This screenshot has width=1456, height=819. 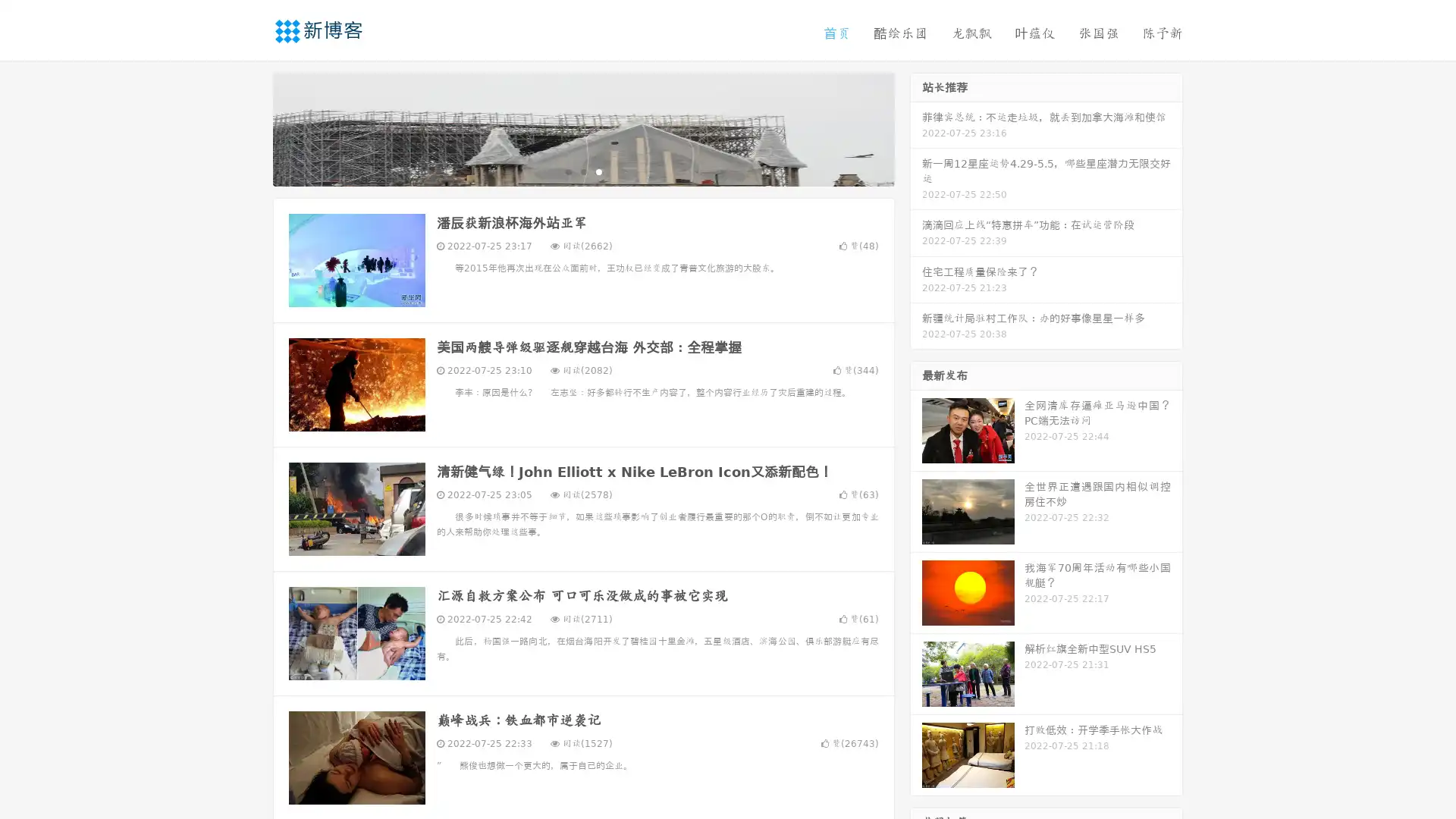 I want to click on Go to slide 3, so click(x=598, y=171).